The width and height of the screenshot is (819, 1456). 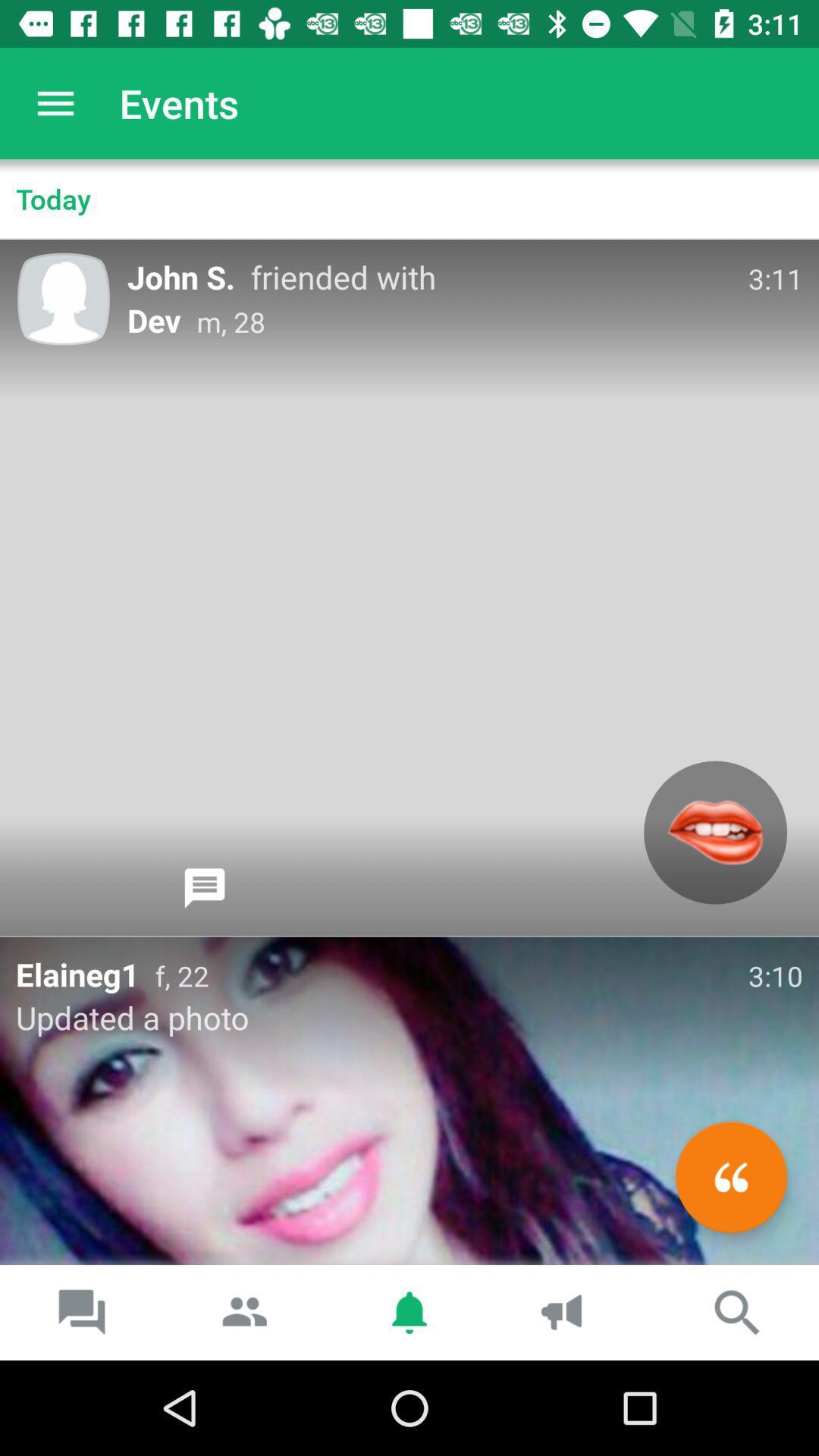 I want to click on the item above the today, so click(x=55, y=102).